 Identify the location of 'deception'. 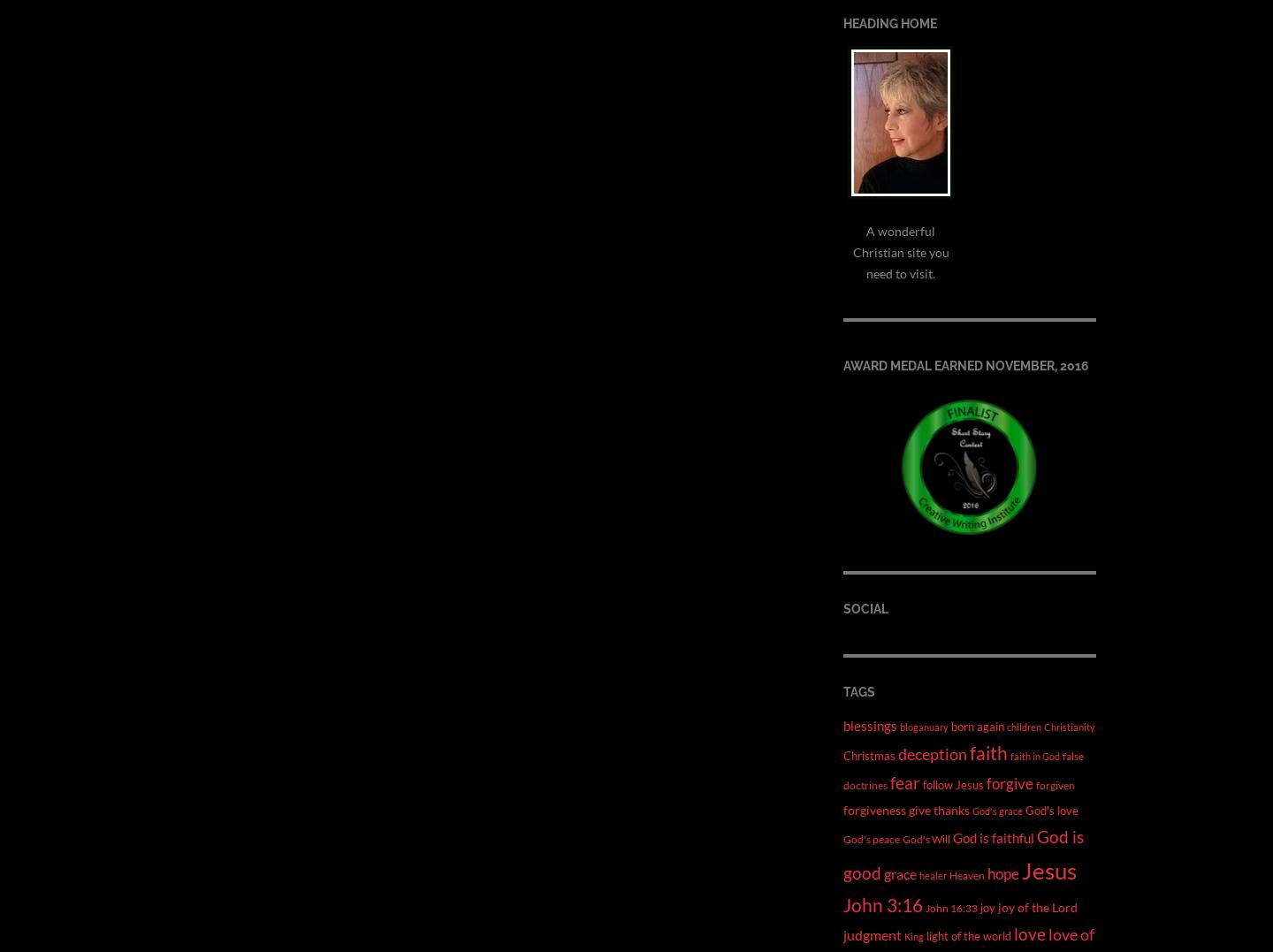
(932, 753).